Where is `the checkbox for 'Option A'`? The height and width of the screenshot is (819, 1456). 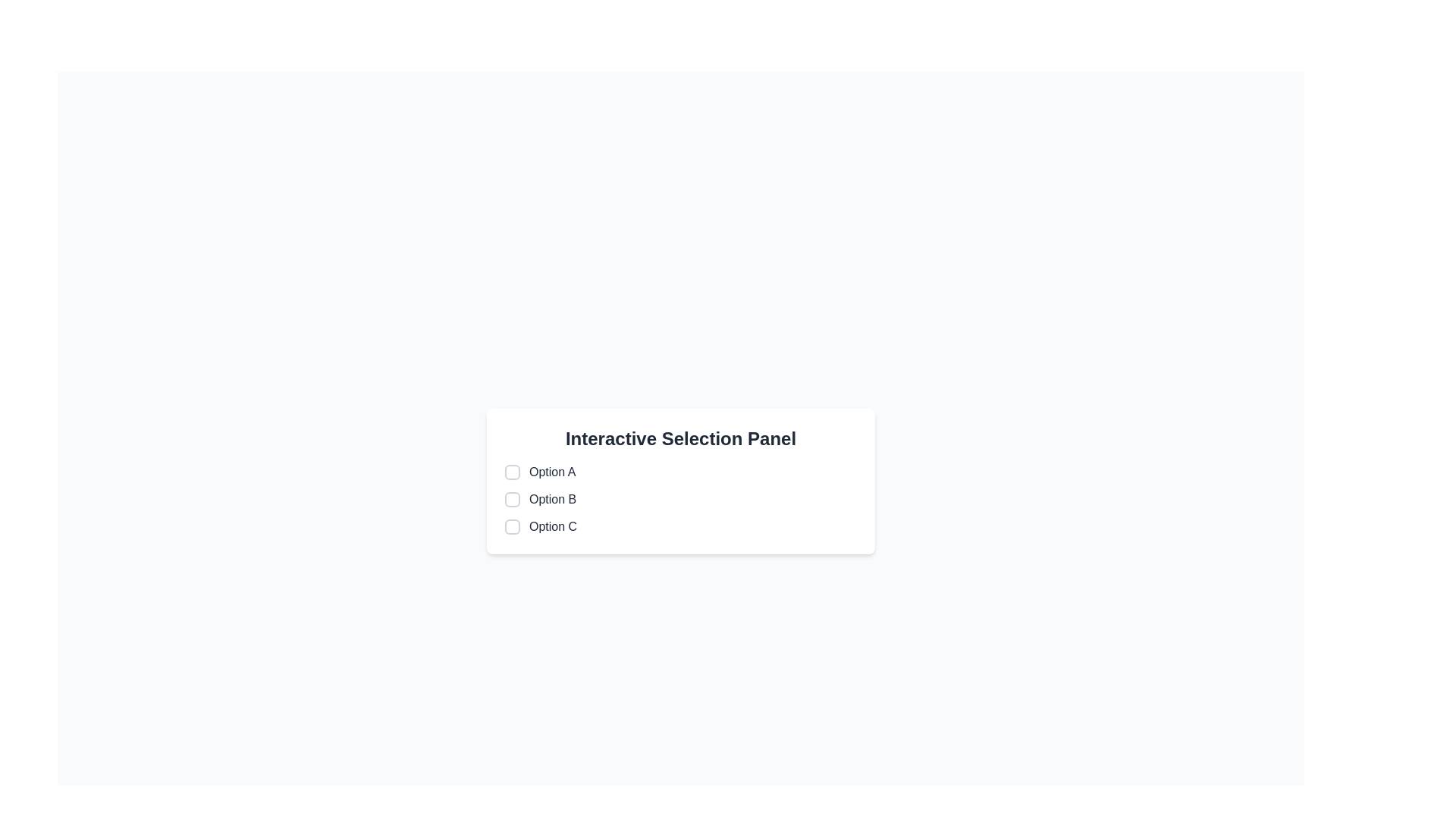 the checkbox for 'Option A' is located at coordinates (513, 472).